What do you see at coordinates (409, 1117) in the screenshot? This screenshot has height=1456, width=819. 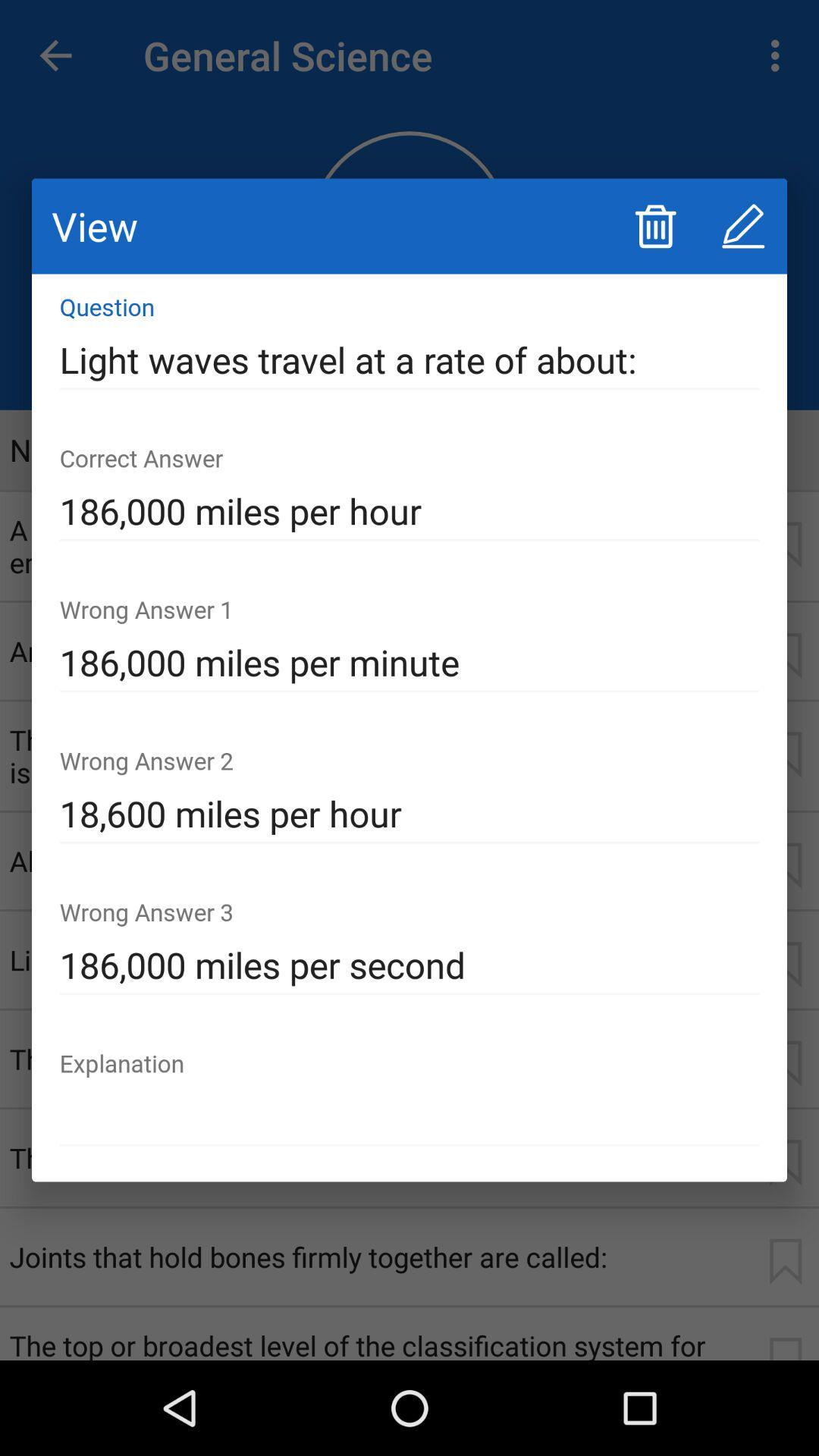 I see `the item at the bottom` at bounding box center [409, 1117].